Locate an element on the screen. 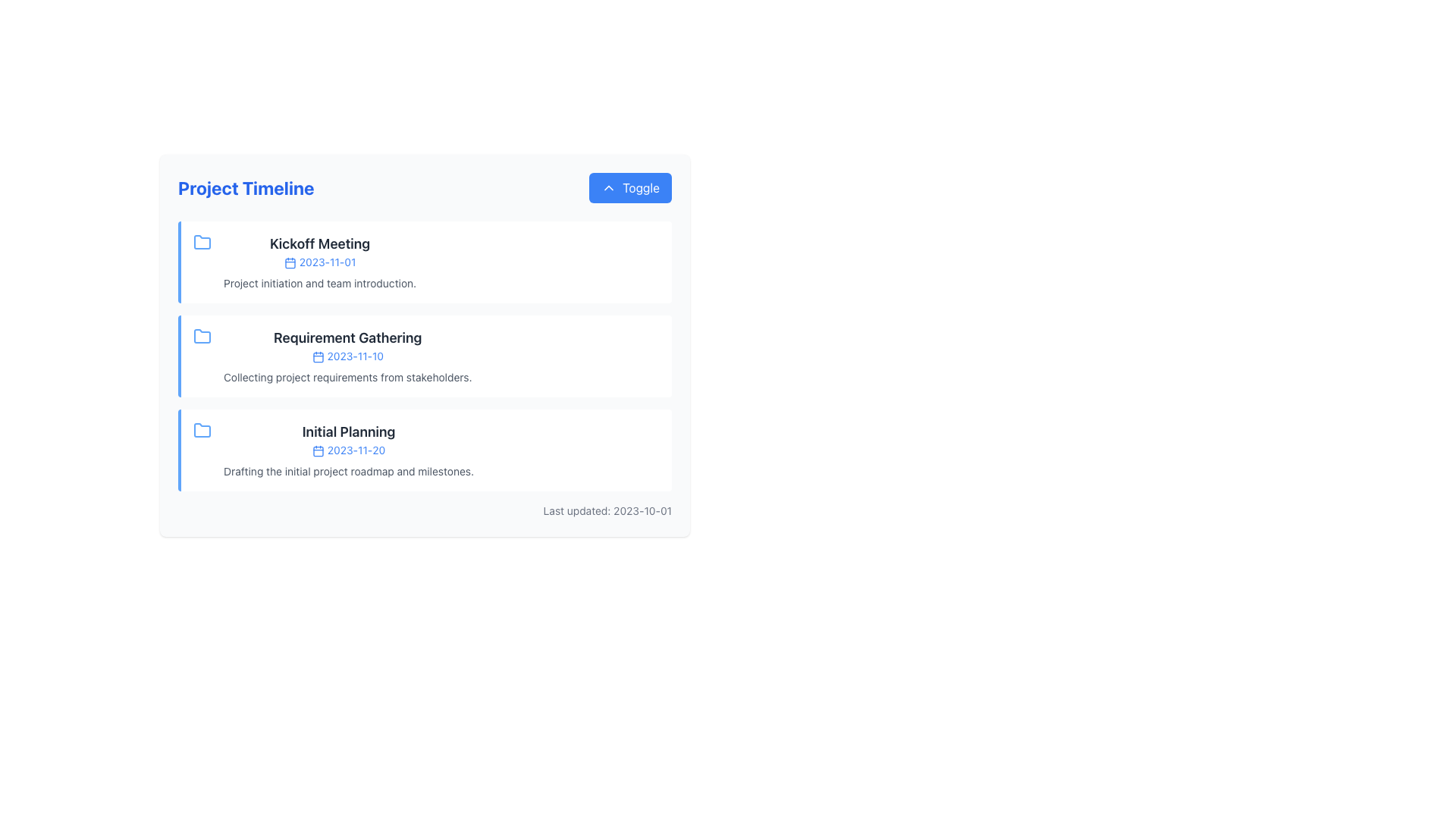  the interactive sections of the Structured timeline display located within the 'Project Timeline' card is located at coordinates (425, 356).